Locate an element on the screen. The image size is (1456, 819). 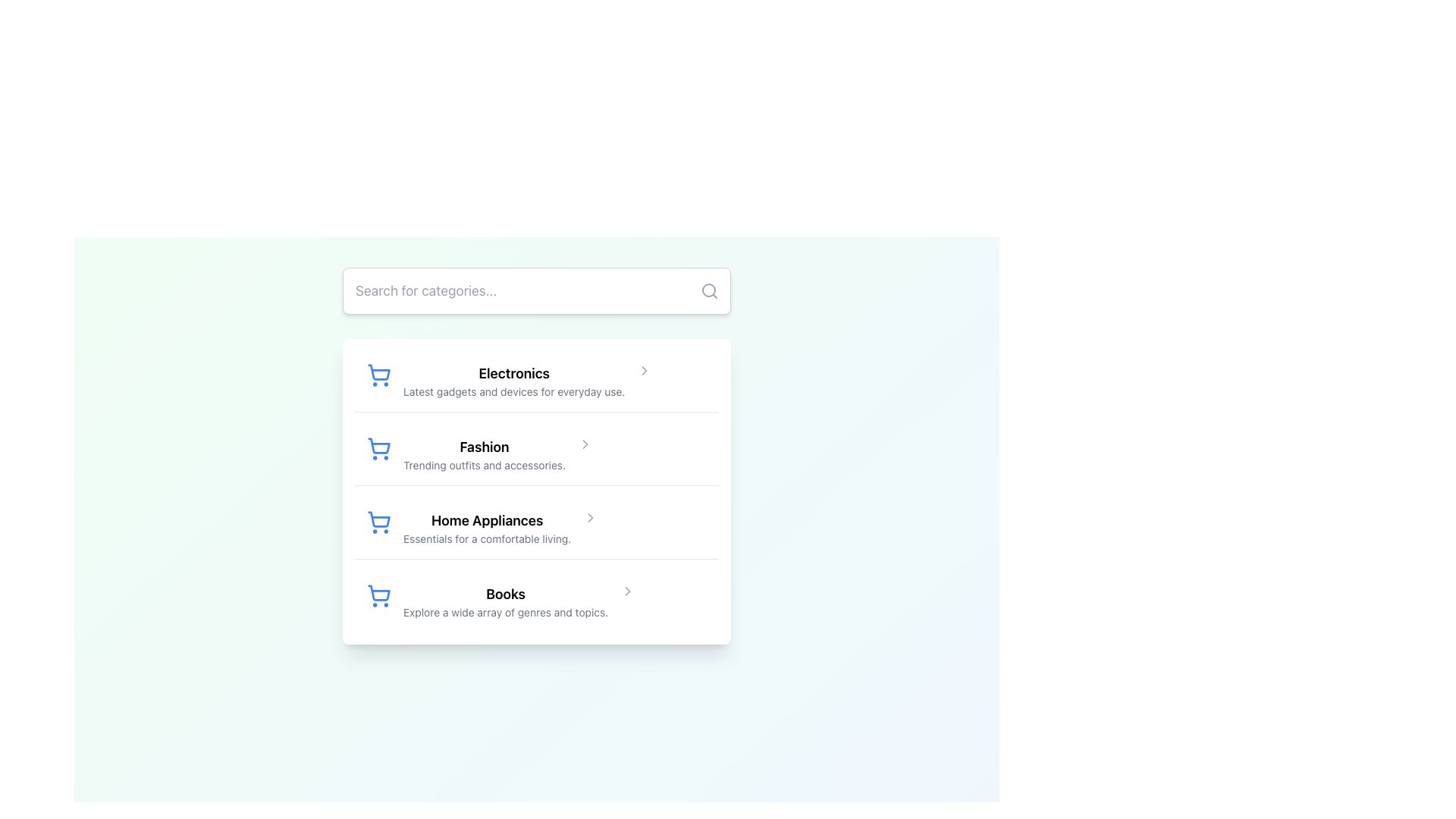
the clickable category text label for home appliances, which is the third element in a vertical list, positioned between 'Fashion' and 'Books' is located at coordinates (487, 528).